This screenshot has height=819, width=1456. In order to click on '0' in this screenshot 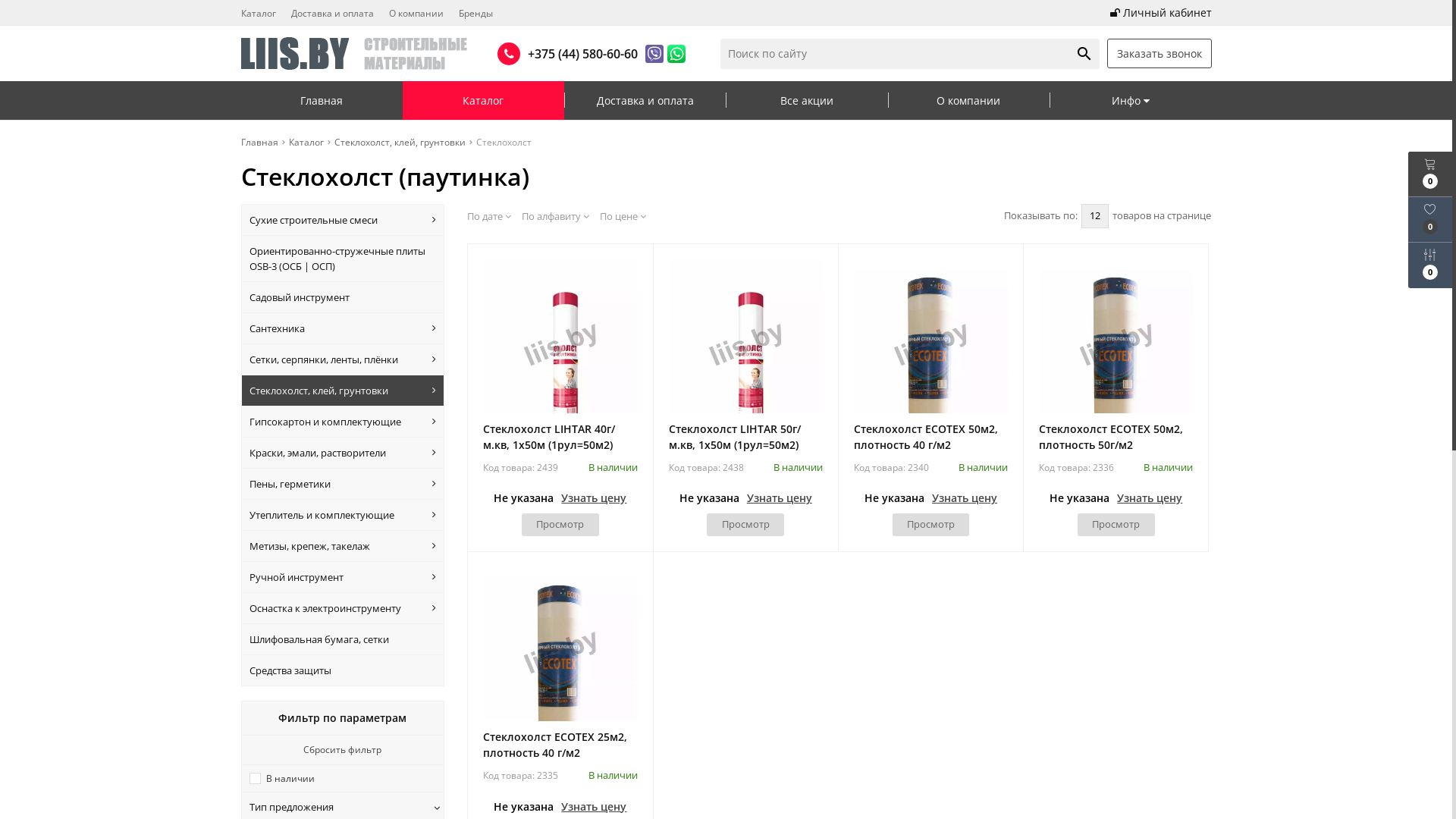, I will do `click(1429, 173)`.